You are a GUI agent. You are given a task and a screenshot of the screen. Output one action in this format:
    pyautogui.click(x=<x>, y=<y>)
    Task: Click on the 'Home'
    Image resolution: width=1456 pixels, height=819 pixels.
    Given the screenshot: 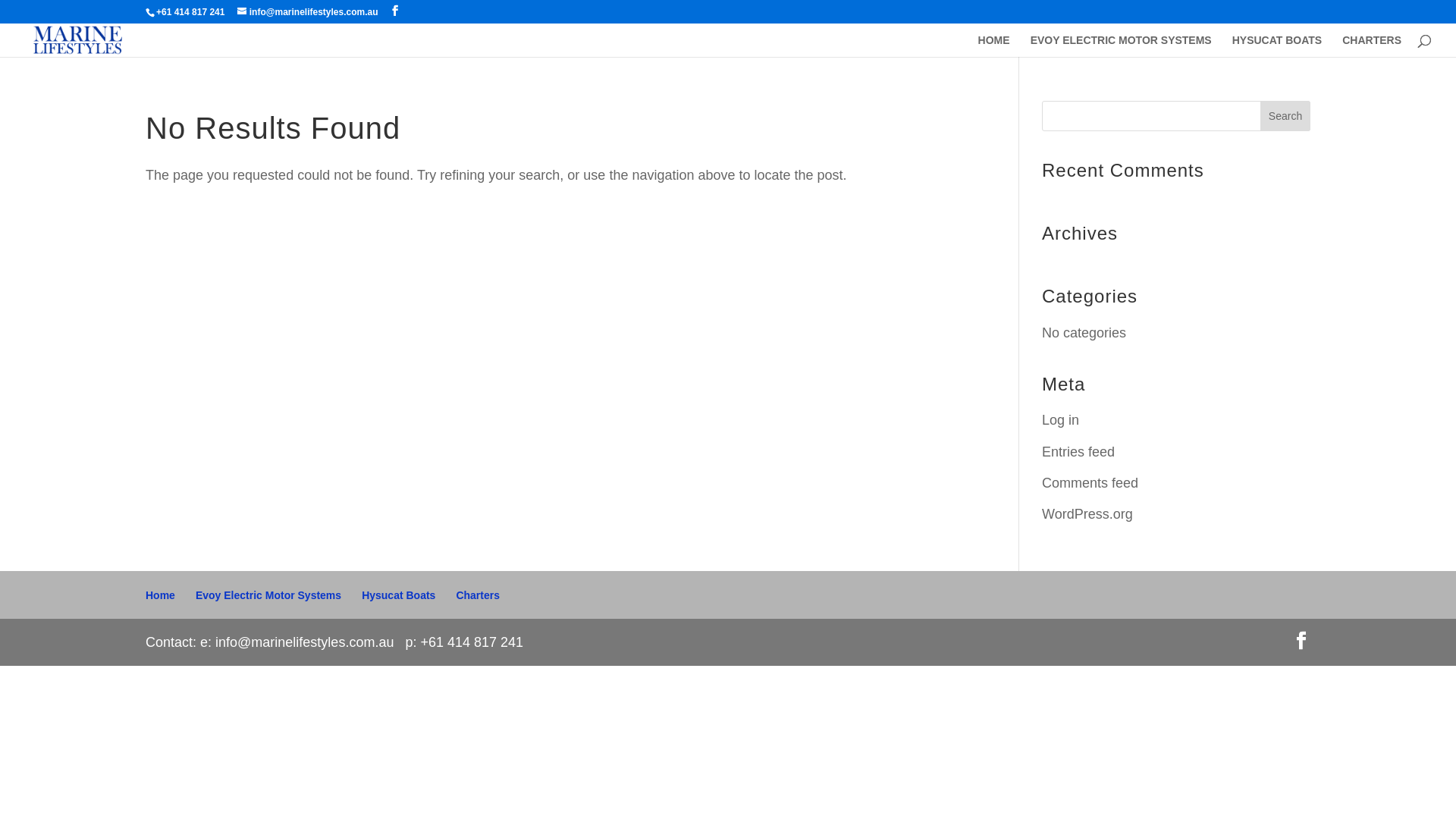 What is the action you would take?
    pyautogui.click(x=160, y=595)
    